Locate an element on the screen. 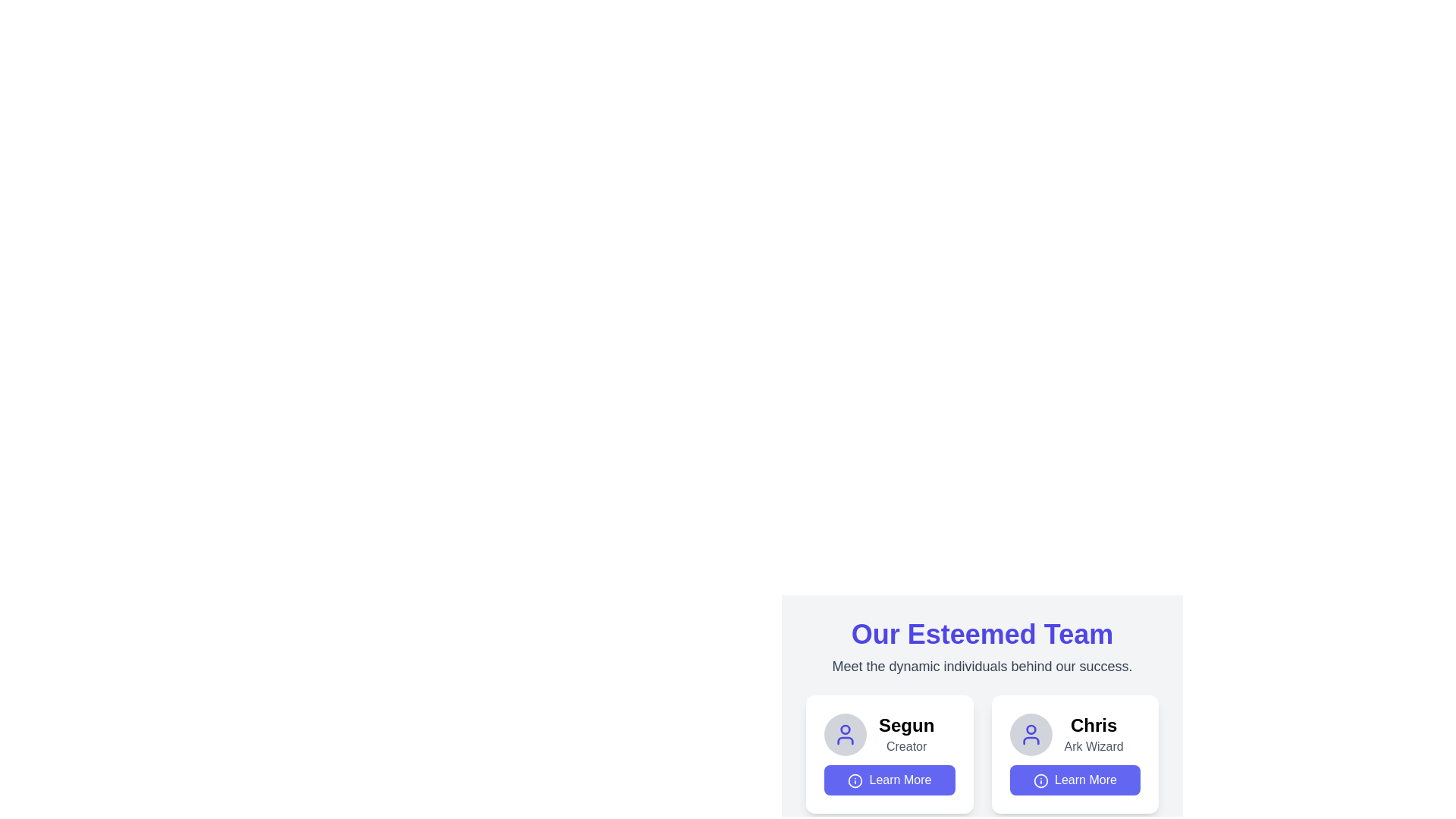 This screenshot has height=819, width=1456. the static text label displaying the name 'Chris', which is prominently styled in bold, large sans-serif font, located in the second card of the team member section is located at coordinates (1094, 724).